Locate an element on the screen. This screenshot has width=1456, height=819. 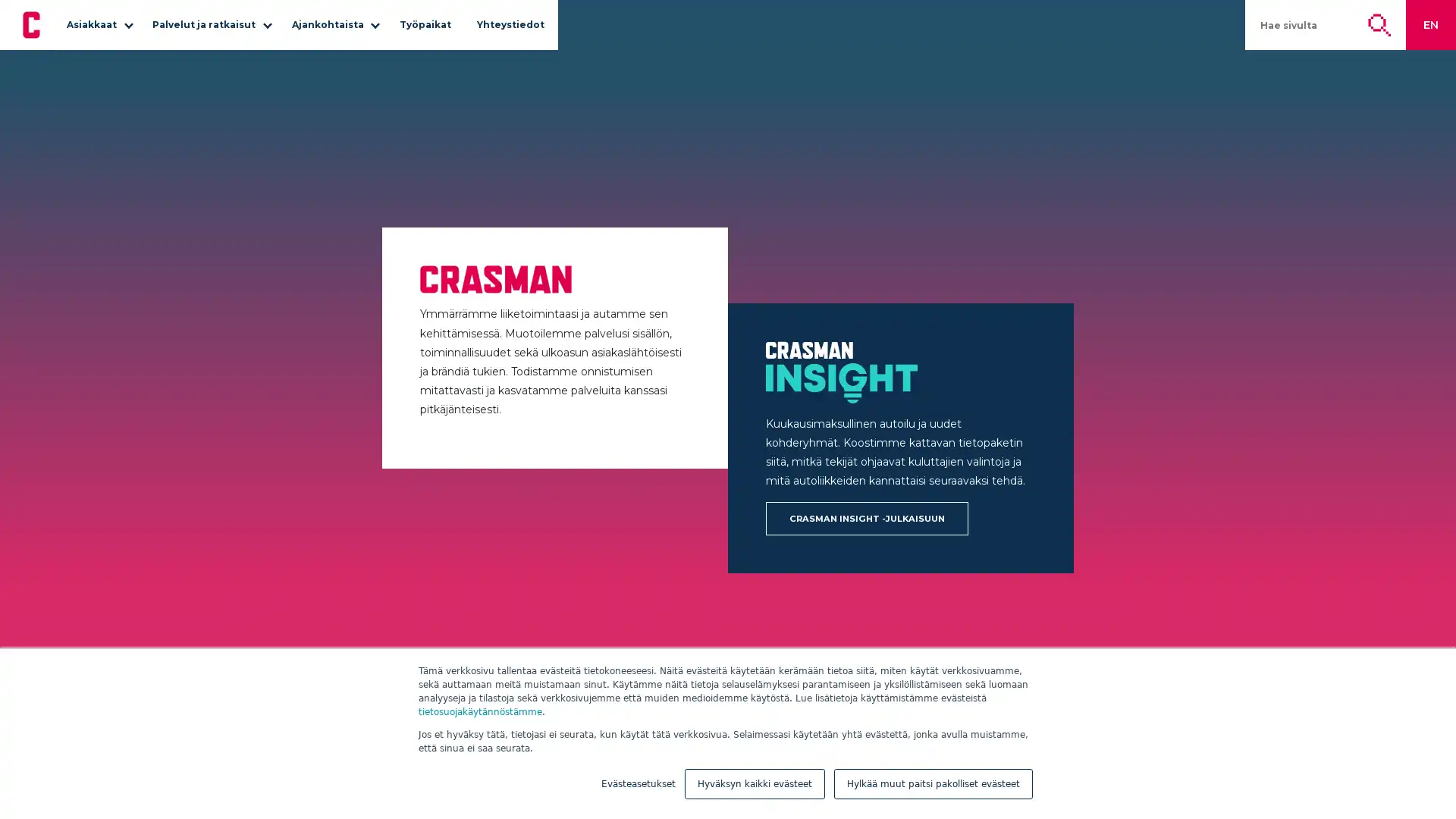
Hylkaa muut paitsi pakolliset evasteet is located at coordinates (932, 783).